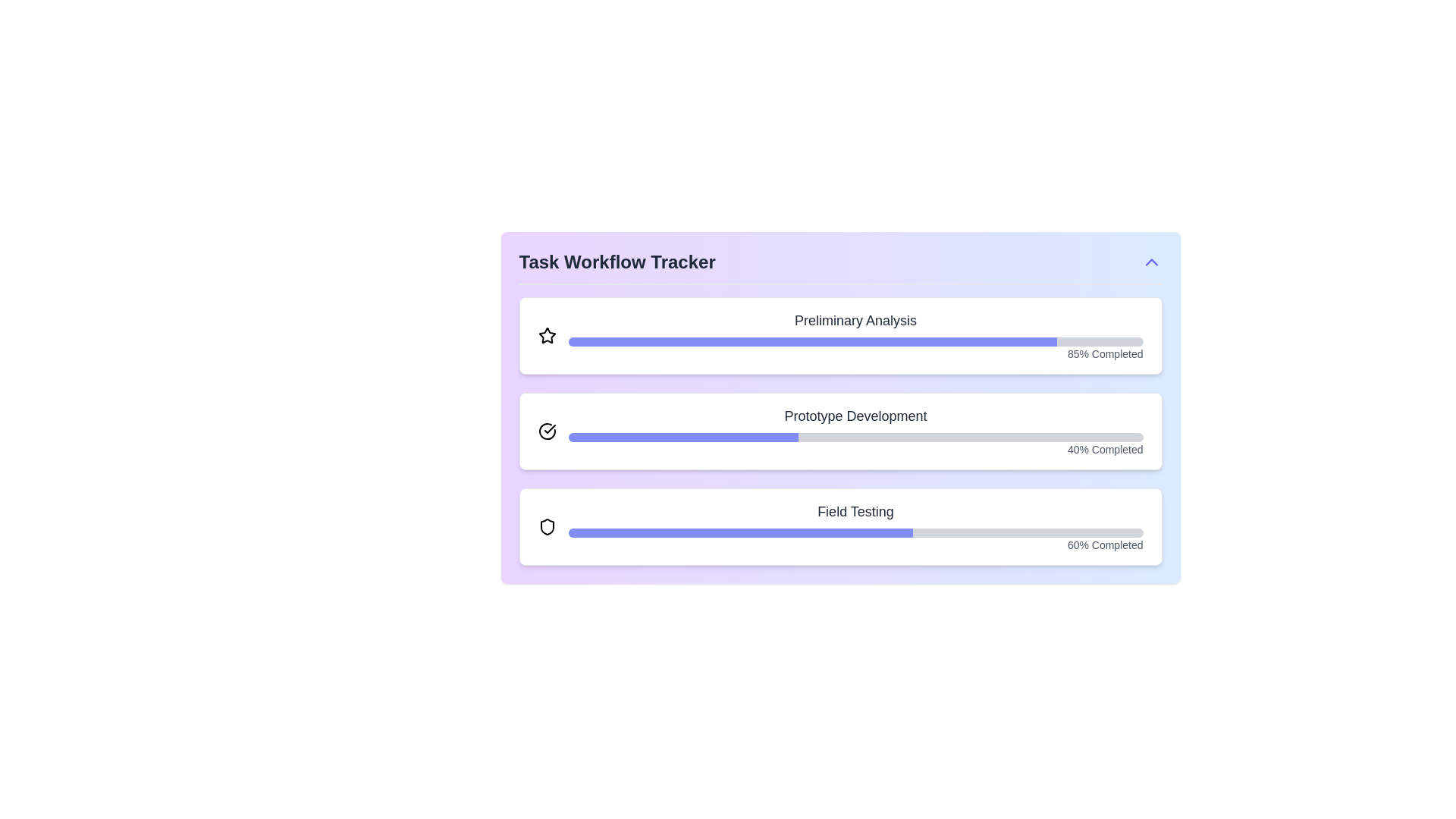  What do you see at coordinates (855, 335) in the screenshot?
I see `the 'Preliminary Analysis' progress tracker component, which is the topmost entry` at bounding box center [855, 335].